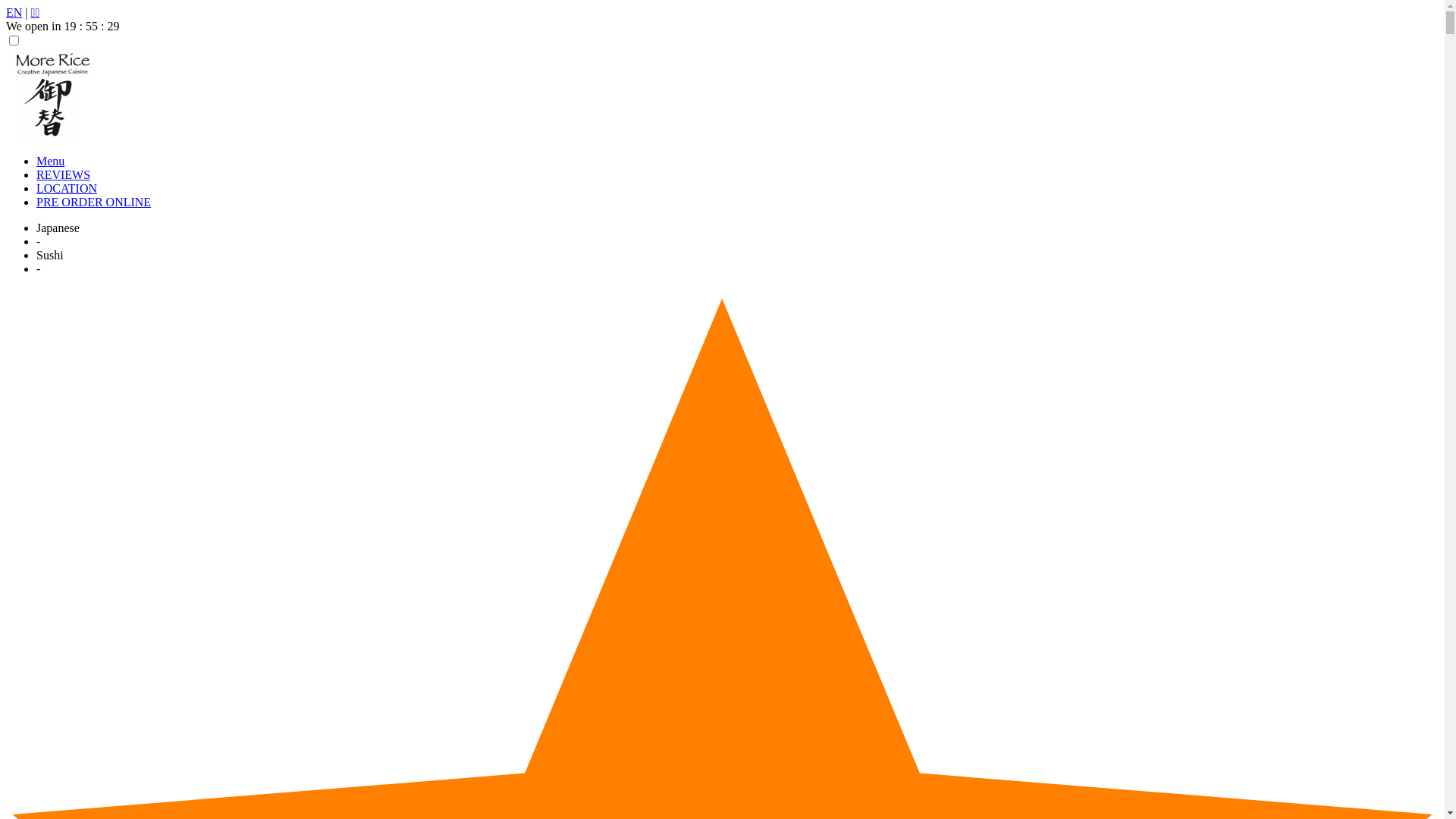  What do you see at coordinates (65, 187) in the screenshot?
I see `'LOCATION'` at bounding box center [65, 187].